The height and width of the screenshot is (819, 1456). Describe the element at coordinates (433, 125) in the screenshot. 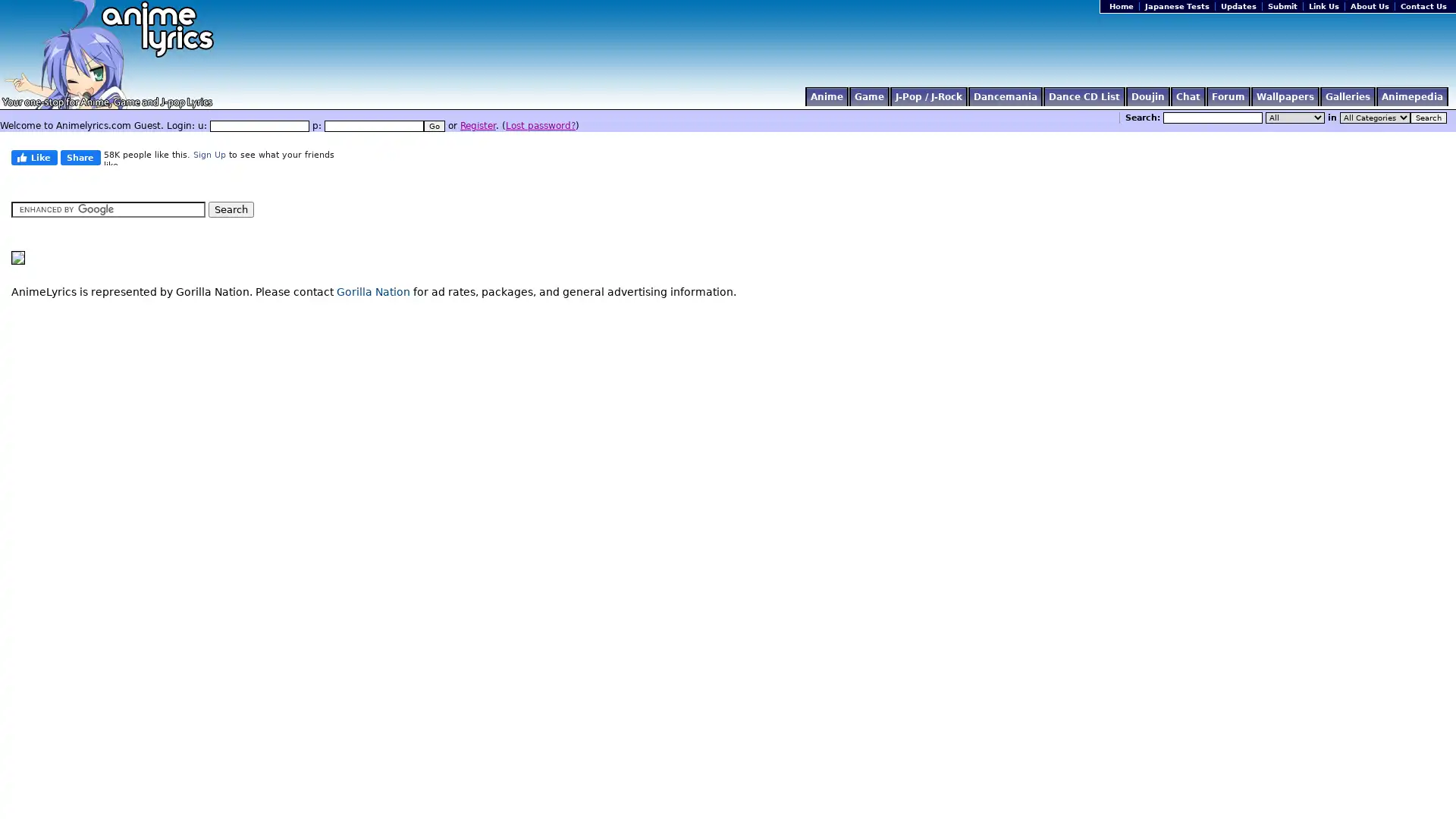

I see `Go` at that location.